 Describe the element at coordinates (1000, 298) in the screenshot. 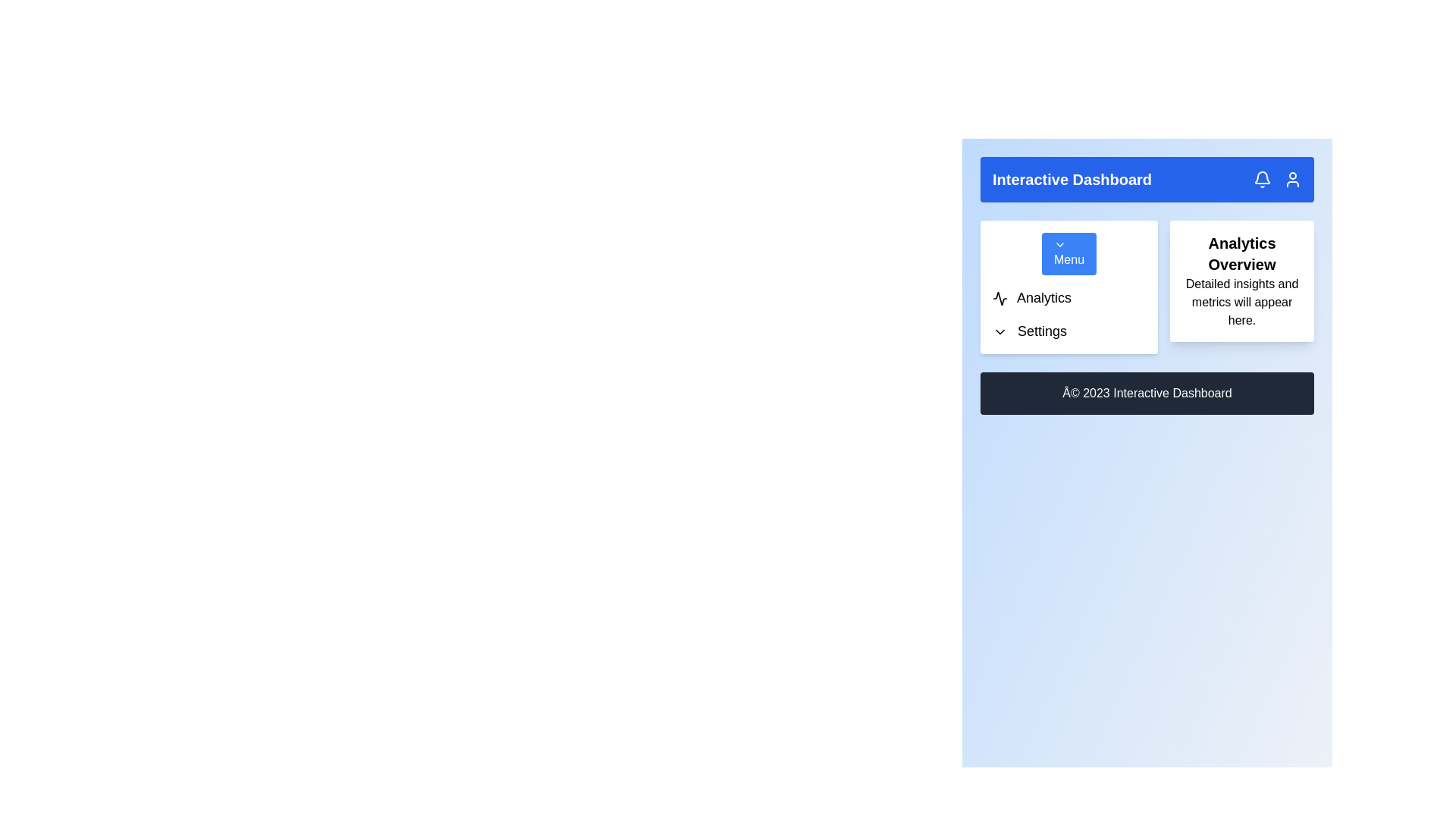

I see `the decorative icon representing the 'Analytics' section in the left panel of the application interface, which is located next to the 'Analytics' text label` at that location.